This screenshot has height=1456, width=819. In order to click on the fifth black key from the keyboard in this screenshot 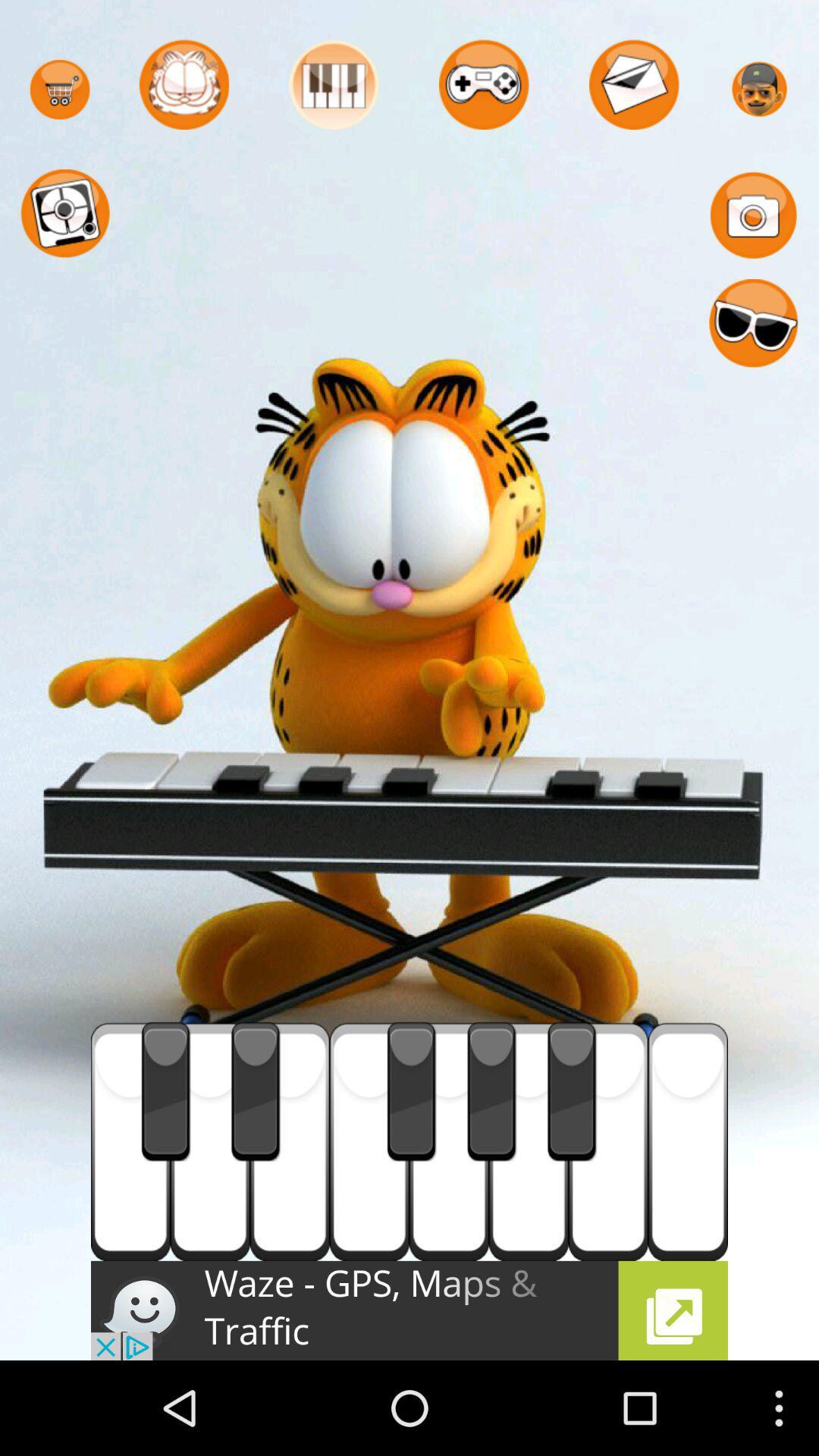, I will do `click(573, 1092)`.